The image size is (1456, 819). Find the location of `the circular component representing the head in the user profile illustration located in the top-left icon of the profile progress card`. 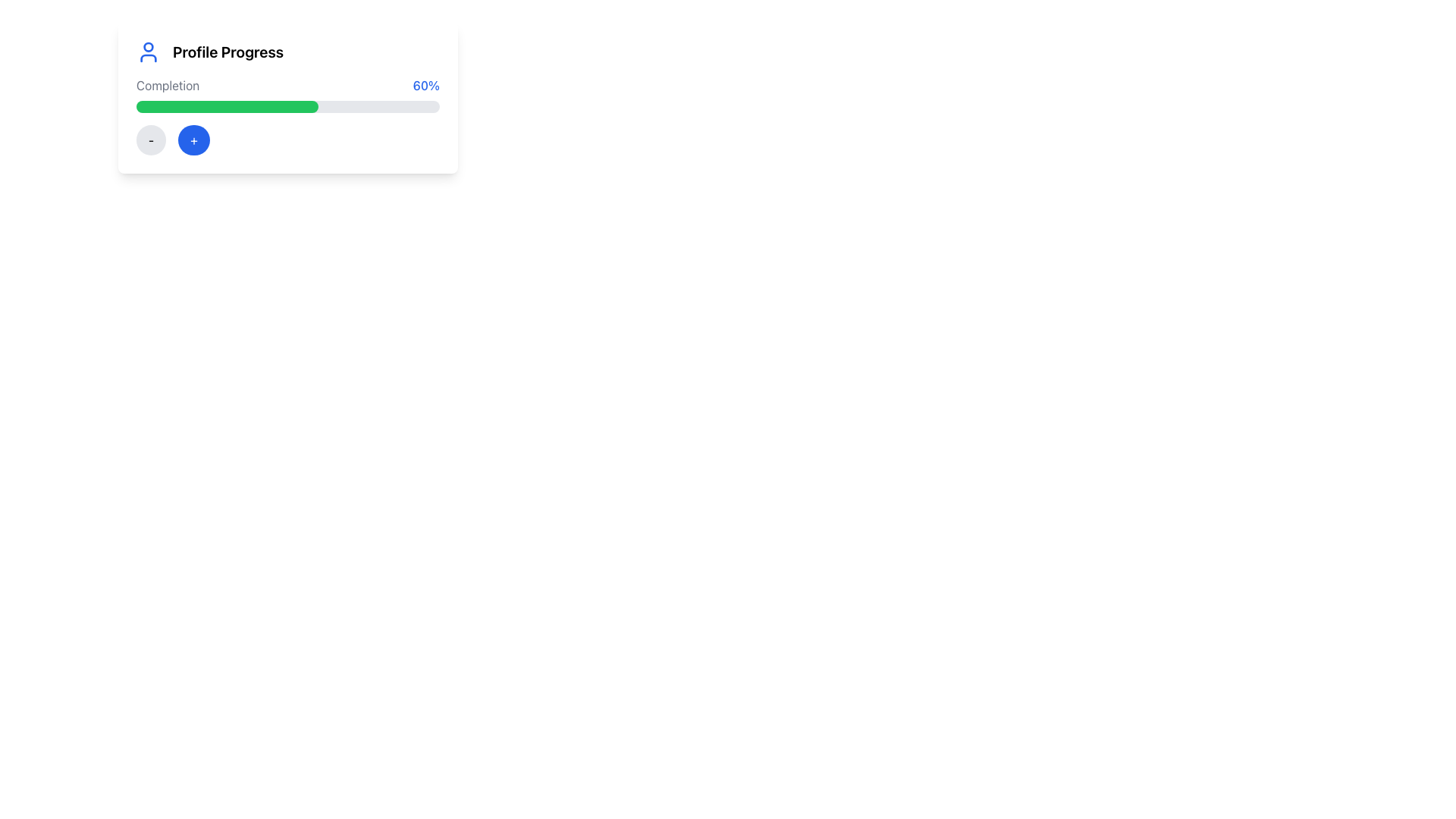

the circular component representing the head in the user profile illustration located in the top-left icon of the profile progress card is located at coordinates (149, 45).